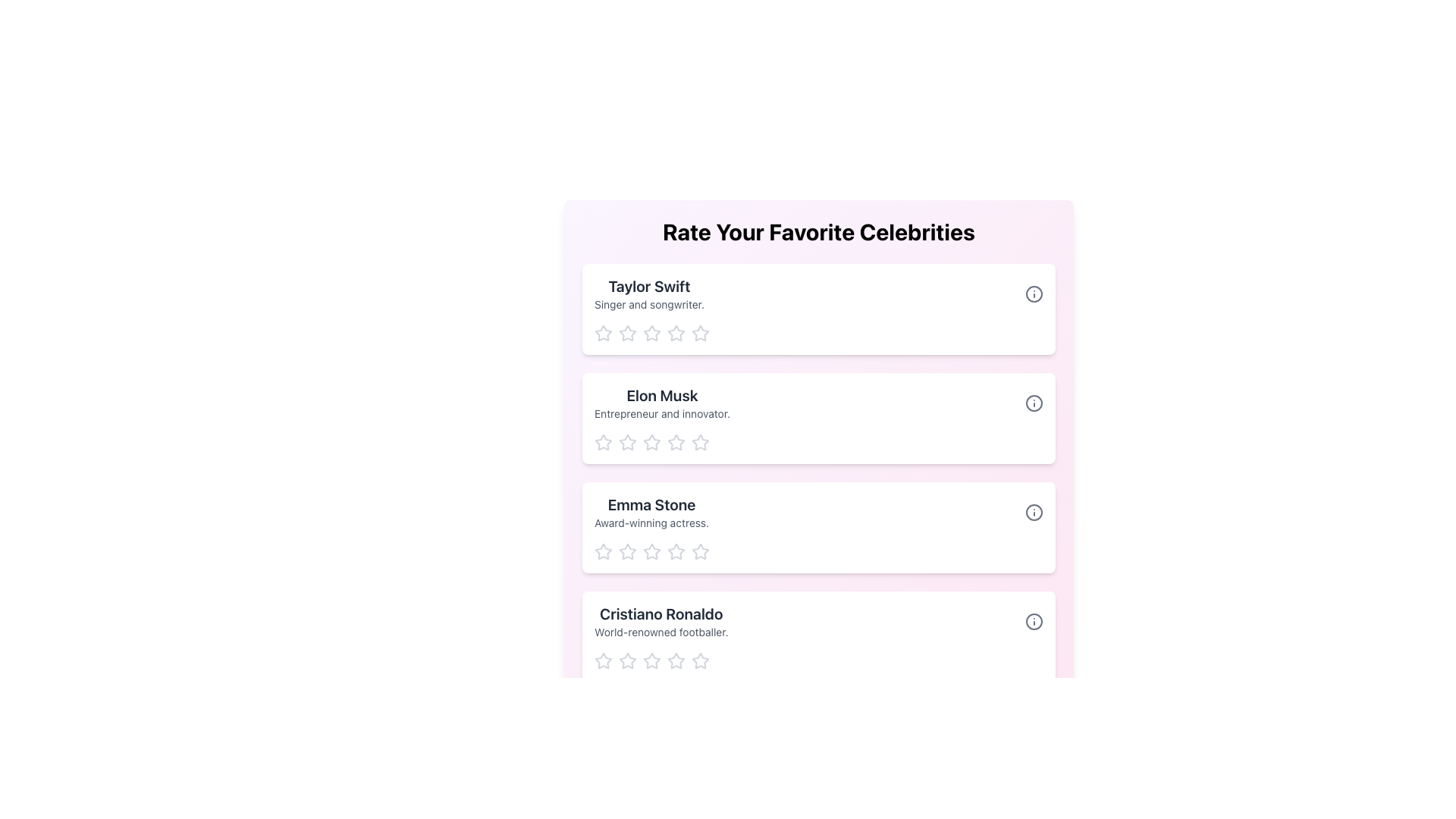 This screenshot has height=819, width=1456. I want to click on the text display that shows the name of the individual being rated, located just above the descriptive text 'World-renowned footballer' at the bottom of a vertical list, so click(661, 614).